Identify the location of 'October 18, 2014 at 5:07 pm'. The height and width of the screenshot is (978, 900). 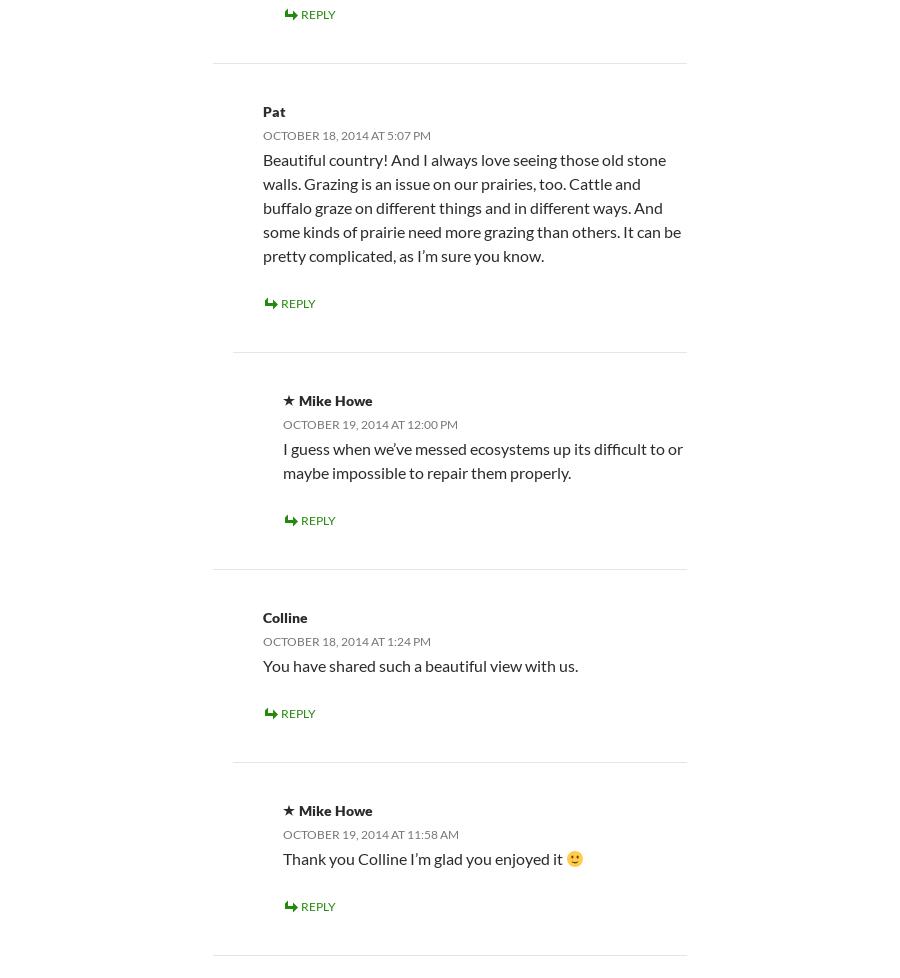
(347, 134).